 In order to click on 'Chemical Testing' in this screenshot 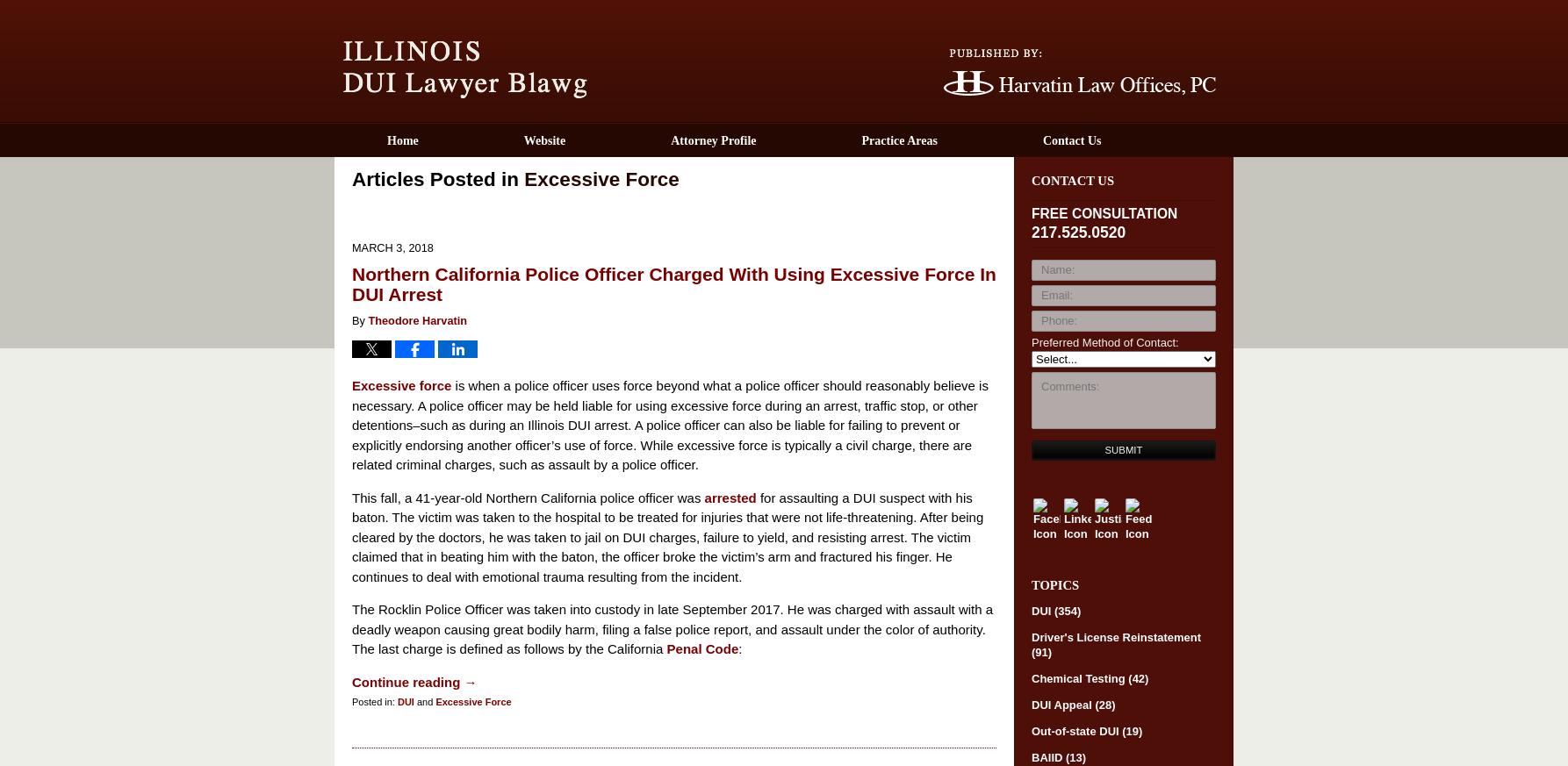, I will do `click(1080, 677)`.